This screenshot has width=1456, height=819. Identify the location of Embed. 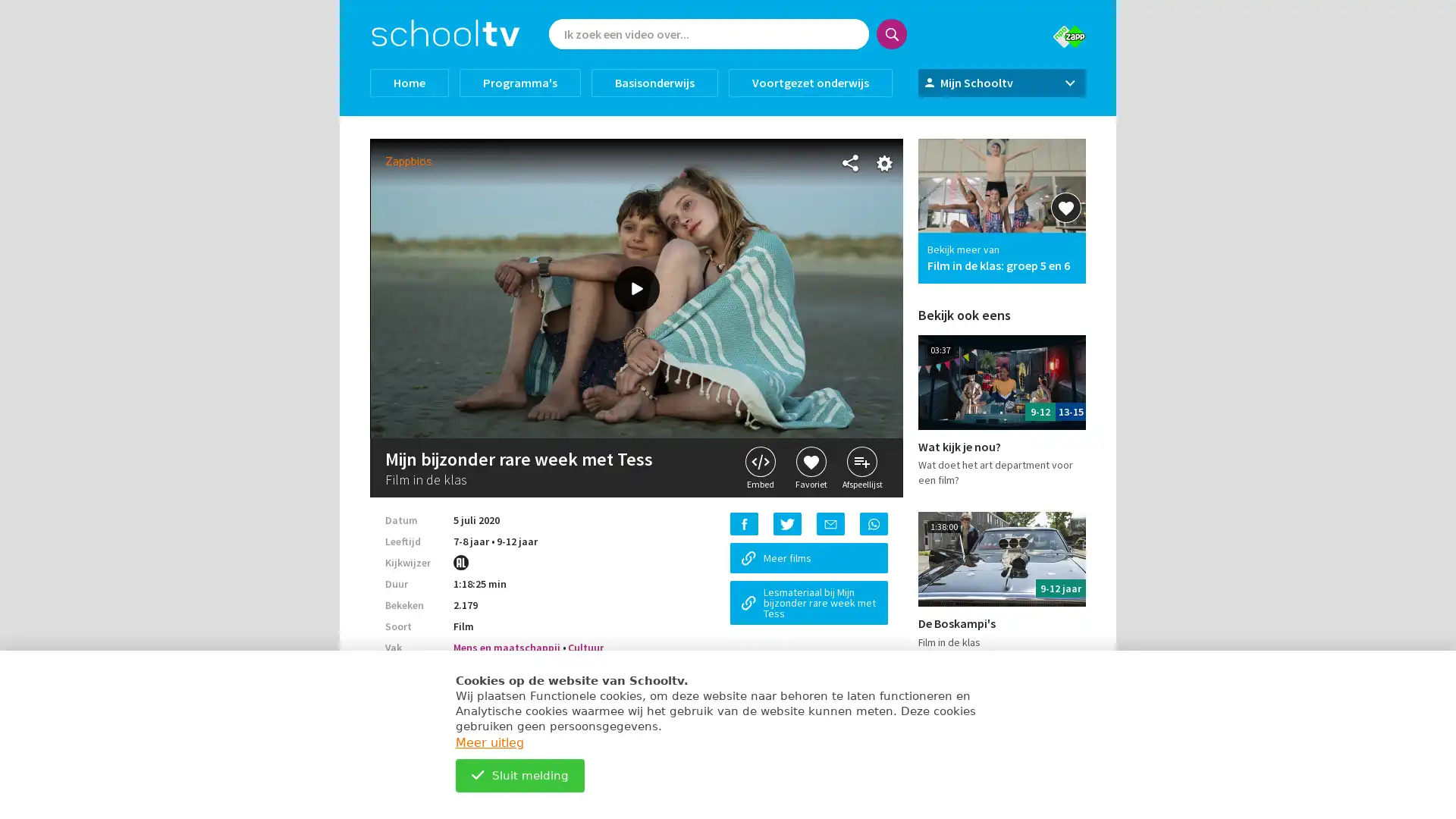
(760, 467).